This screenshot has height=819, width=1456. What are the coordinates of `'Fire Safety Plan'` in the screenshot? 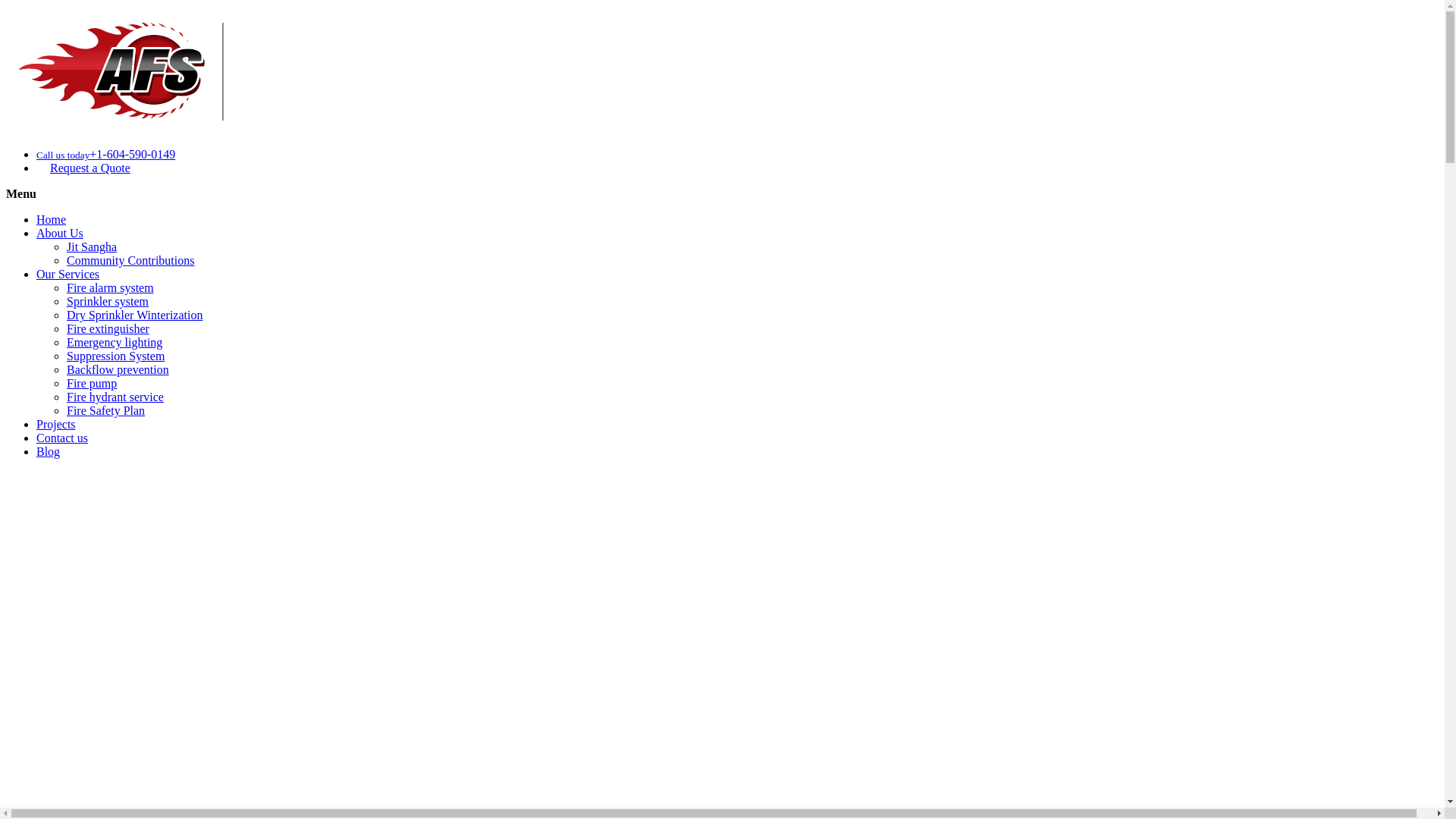 It's located at (105, 410).